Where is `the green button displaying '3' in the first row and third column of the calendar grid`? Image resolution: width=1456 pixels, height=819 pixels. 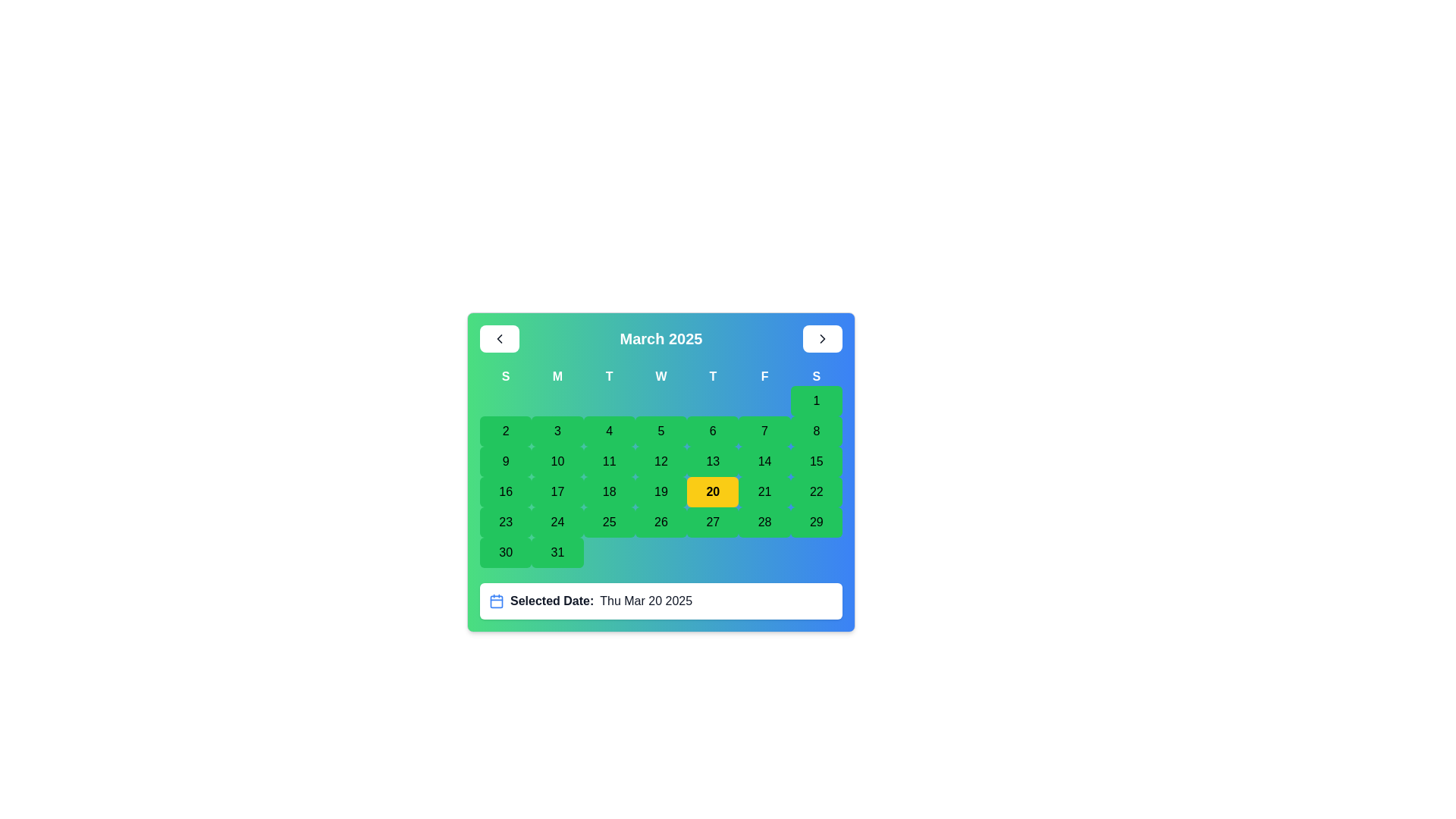 the green button displaying '3' in the first row and third column of the calendar grid is located at coordinates (557, 431).